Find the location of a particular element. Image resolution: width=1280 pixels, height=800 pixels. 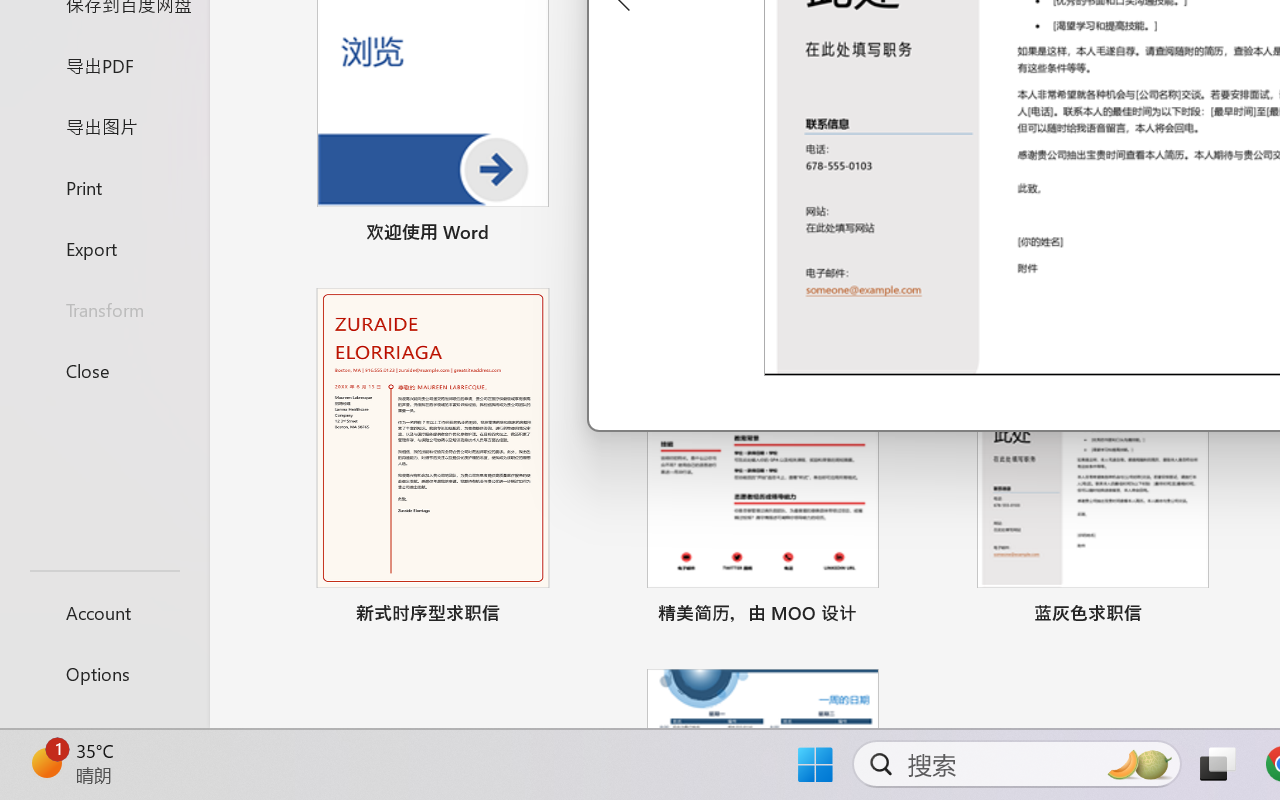

'Export' is located at coordinates (103, 247).